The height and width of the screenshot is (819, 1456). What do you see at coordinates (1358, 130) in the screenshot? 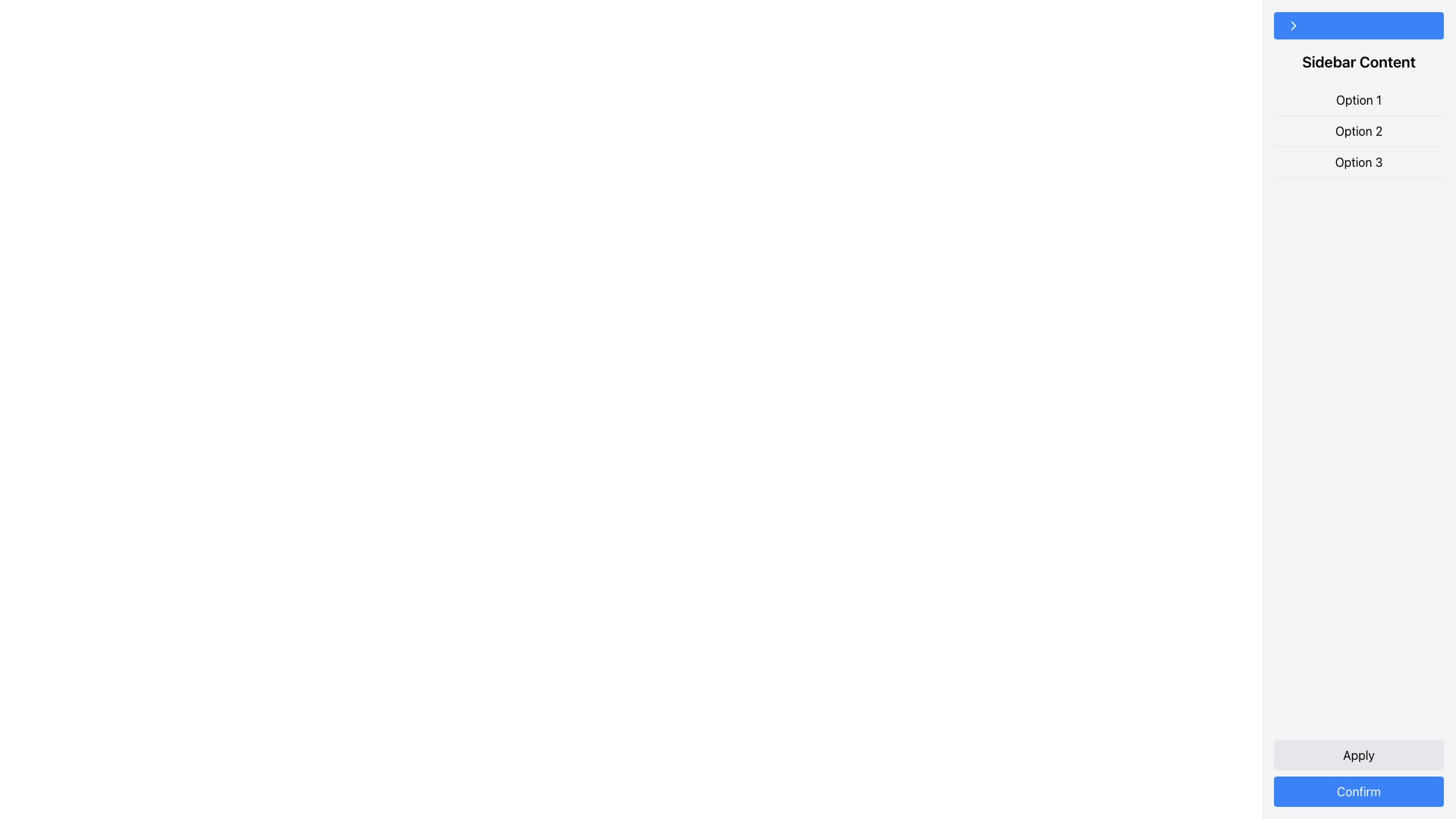
I see `the text item displaying 'Option 2'` at bounding box center [1358, 130].